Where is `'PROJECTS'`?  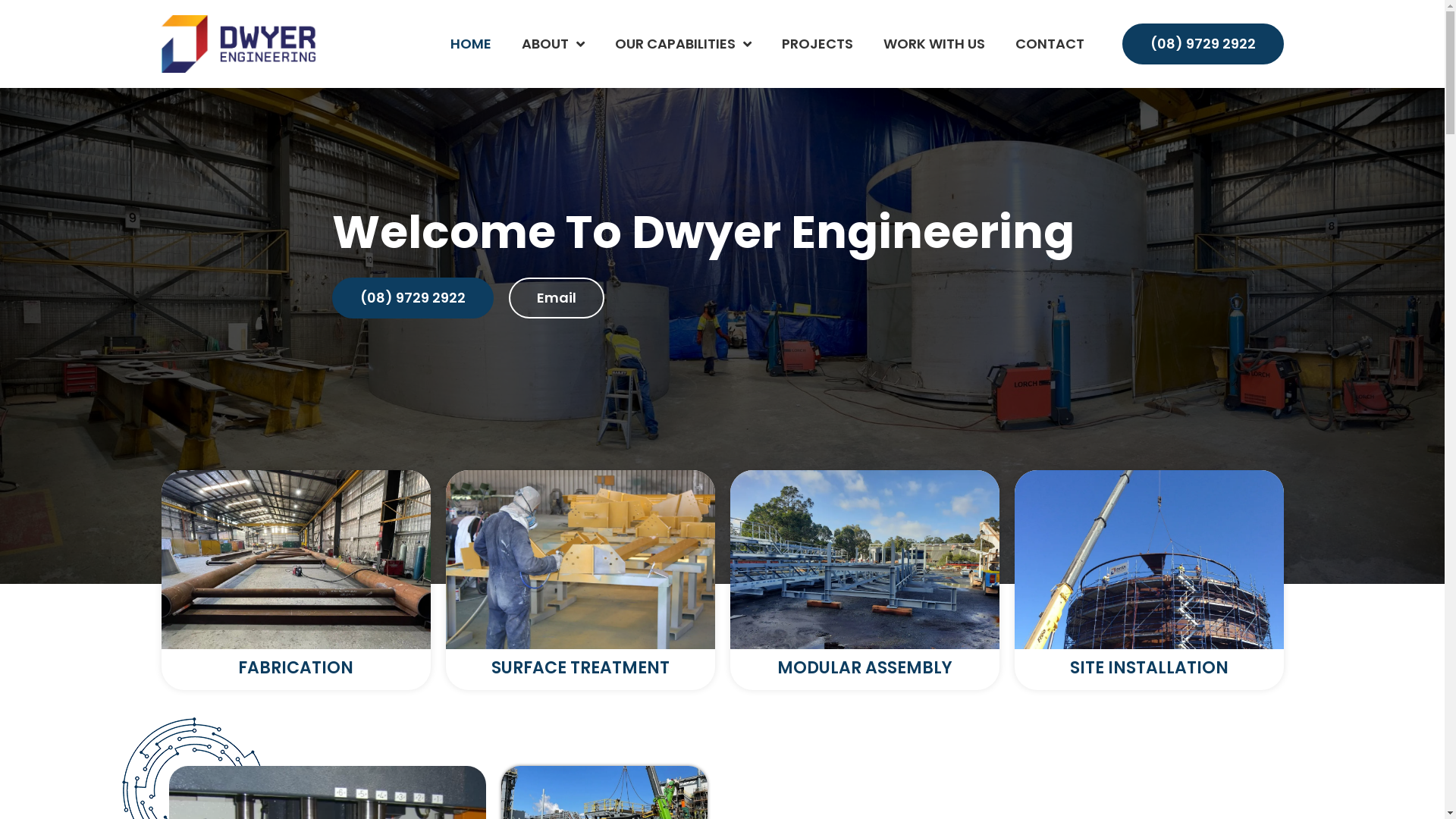
'PROJECTS' is located at coordinates (815, 42).